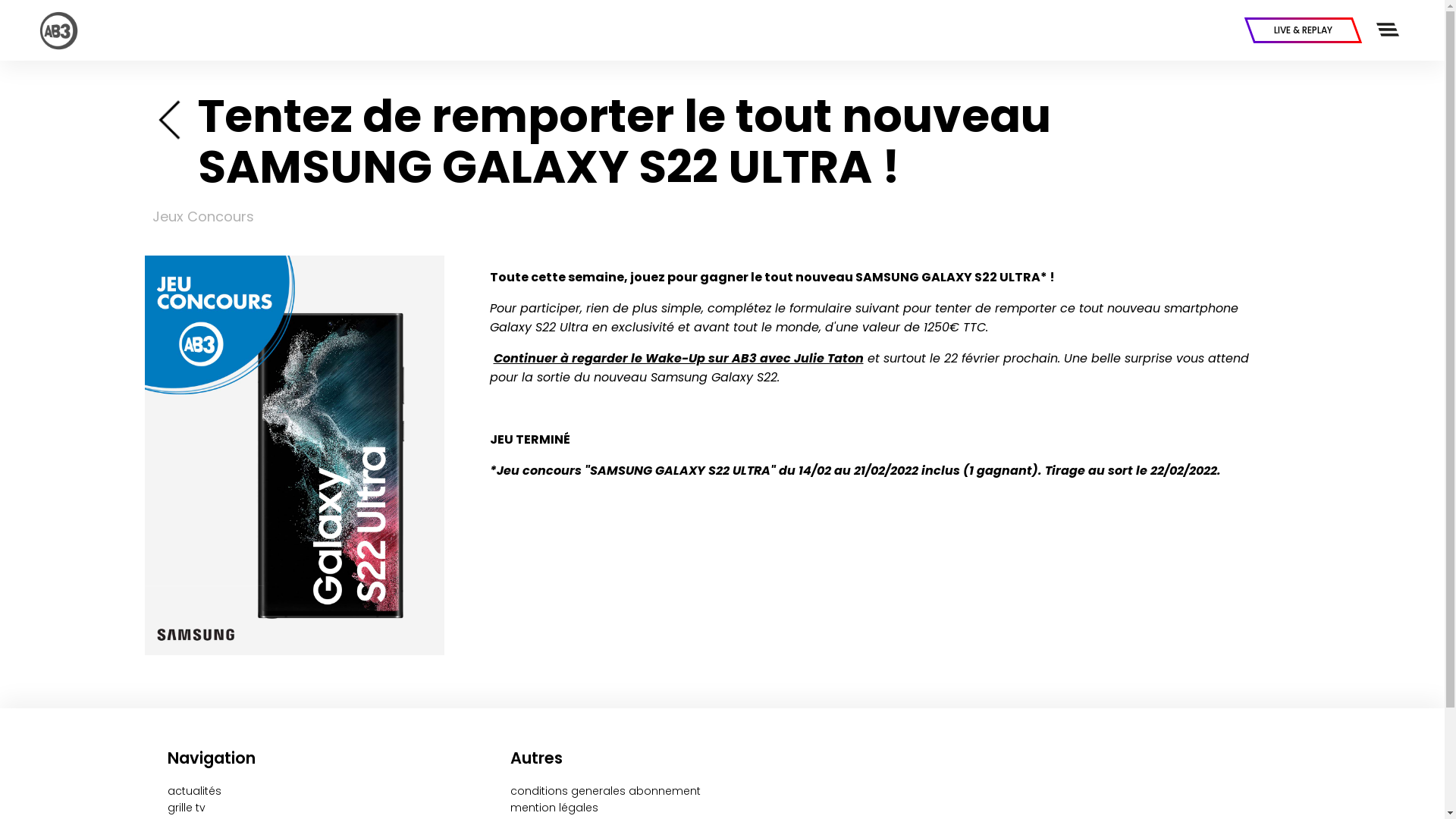 This screenshot has height=819, width=1456. Describe the element at coordinates (1302, 30) in the screenshot. I see `'LIVE & REPLAY'` at that location.